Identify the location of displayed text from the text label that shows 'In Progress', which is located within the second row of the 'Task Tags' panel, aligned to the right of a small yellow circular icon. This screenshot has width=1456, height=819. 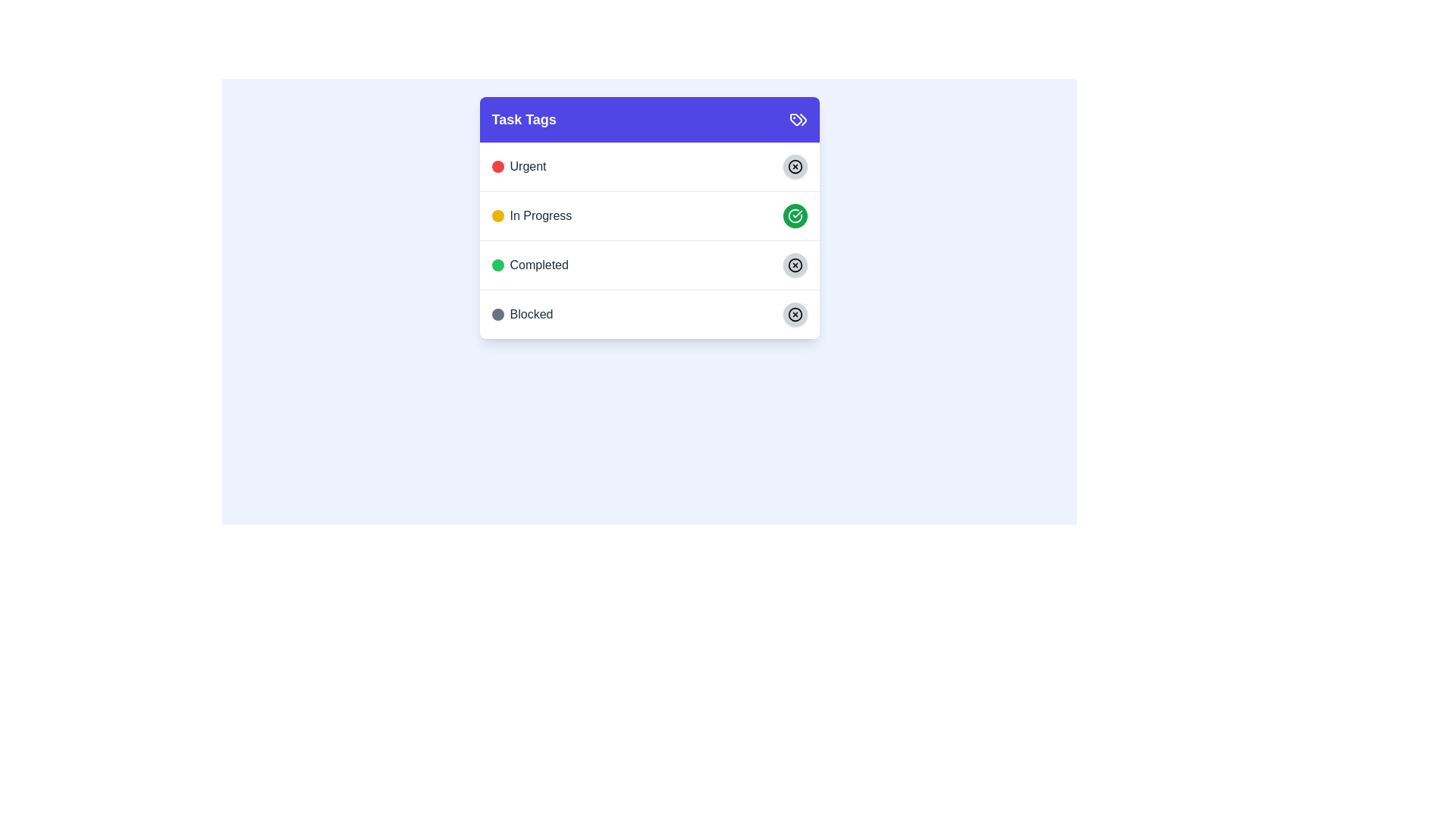
(541, 216).